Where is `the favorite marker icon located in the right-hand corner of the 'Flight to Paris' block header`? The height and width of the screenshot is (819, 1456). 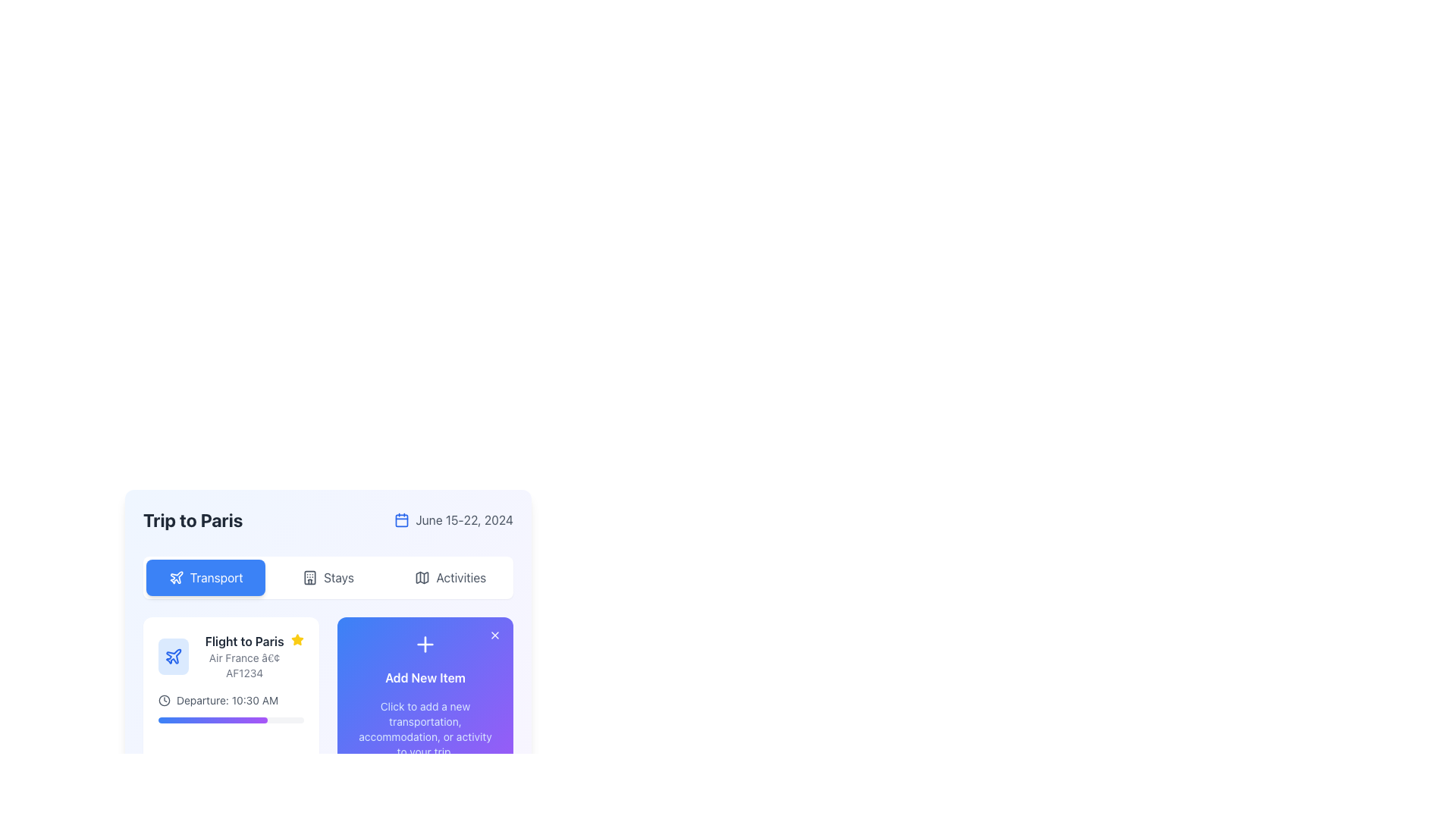
the favorite marker icon located in the right-hand corner of the 'Flight to Paris' block header is located at coordinates (297, 640).